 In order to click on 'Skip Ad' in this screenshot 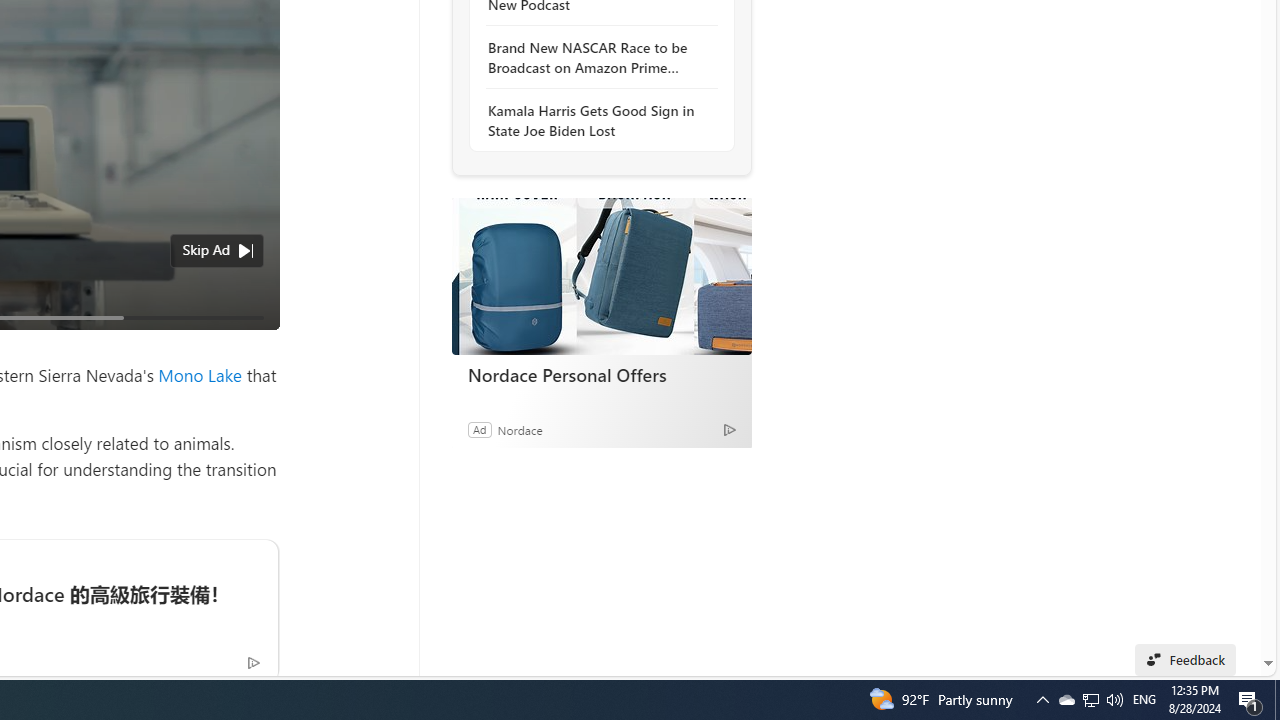, I will do `click(206, 248)`.